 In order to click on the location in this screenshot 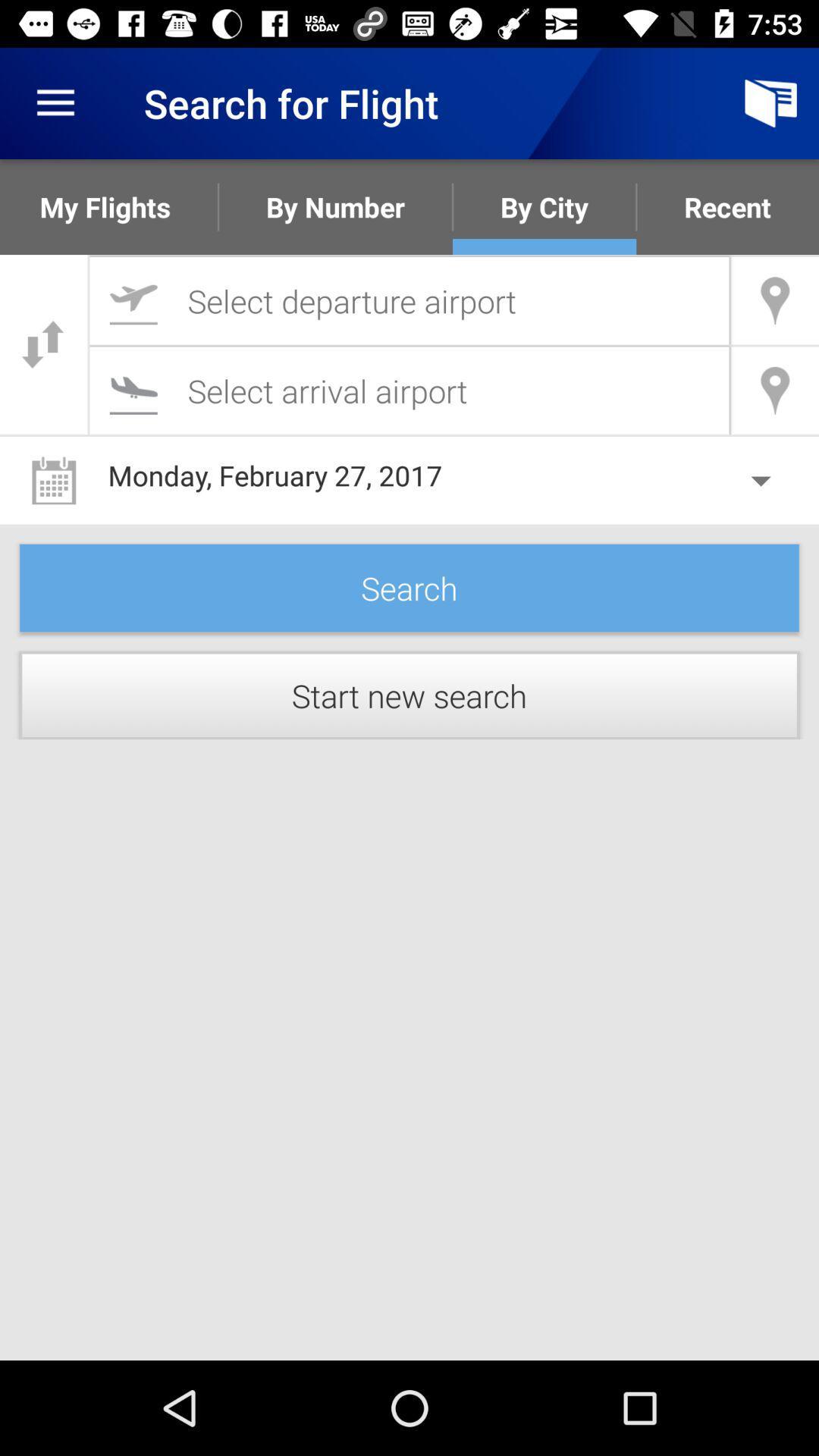, I will do `click(409, 300)`.